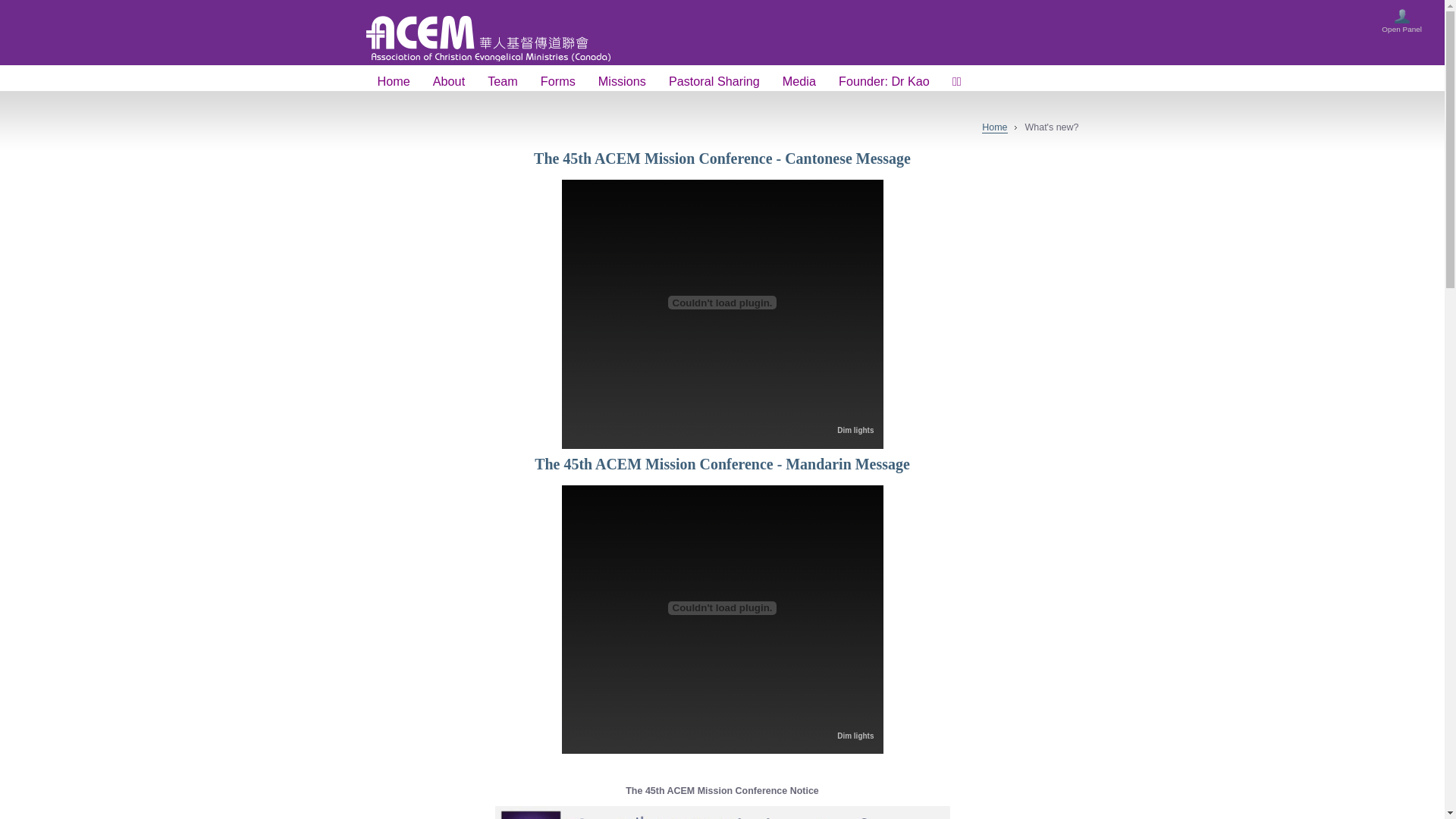  I want to click on 'Dim lights', so click(855, 735).